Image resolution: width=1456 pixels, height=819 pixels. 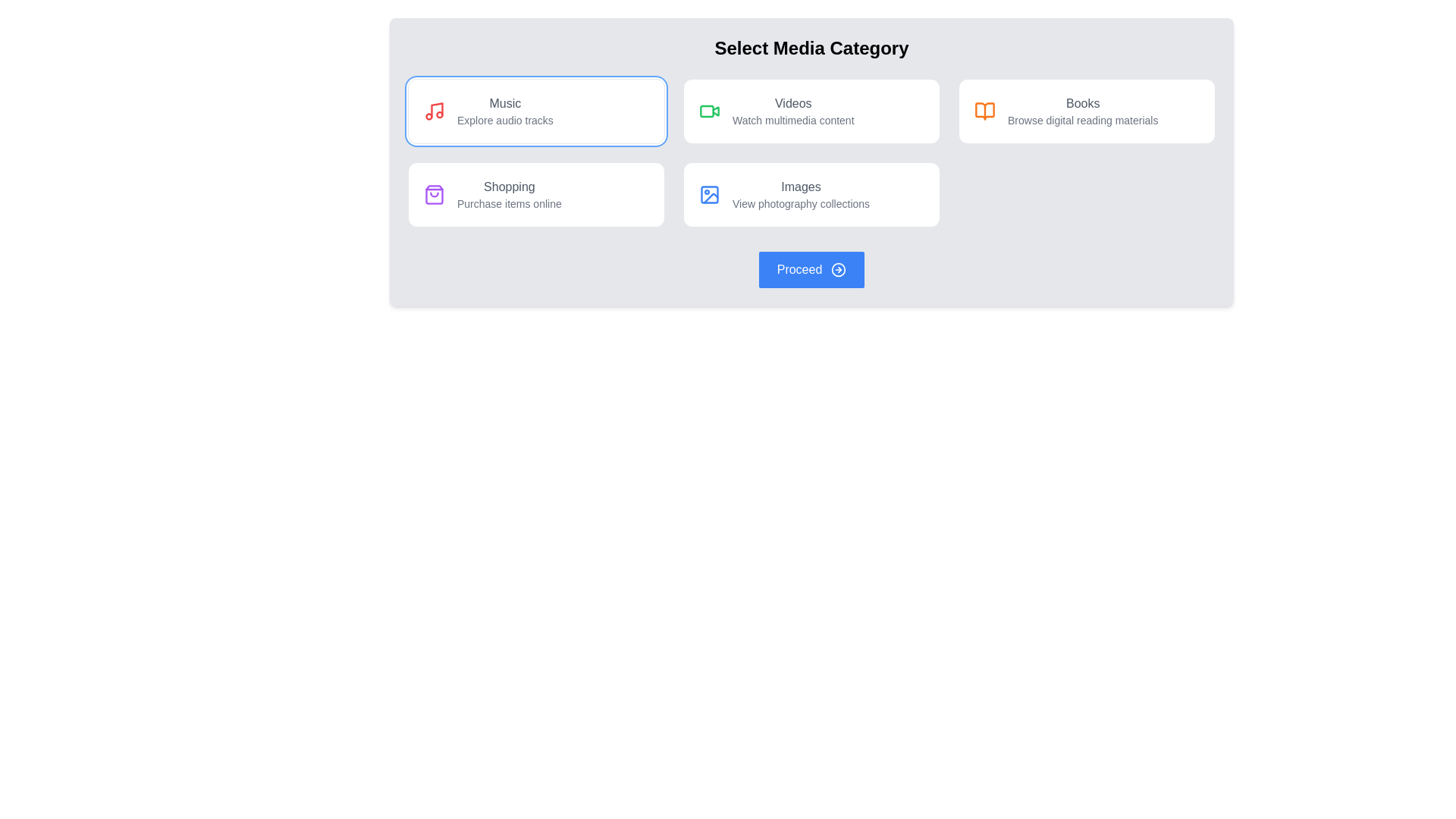 What do you see at coordinates (985, 110) in the screenshot?
I see `the 'Books' category icon` at bounding box center [985, 110].